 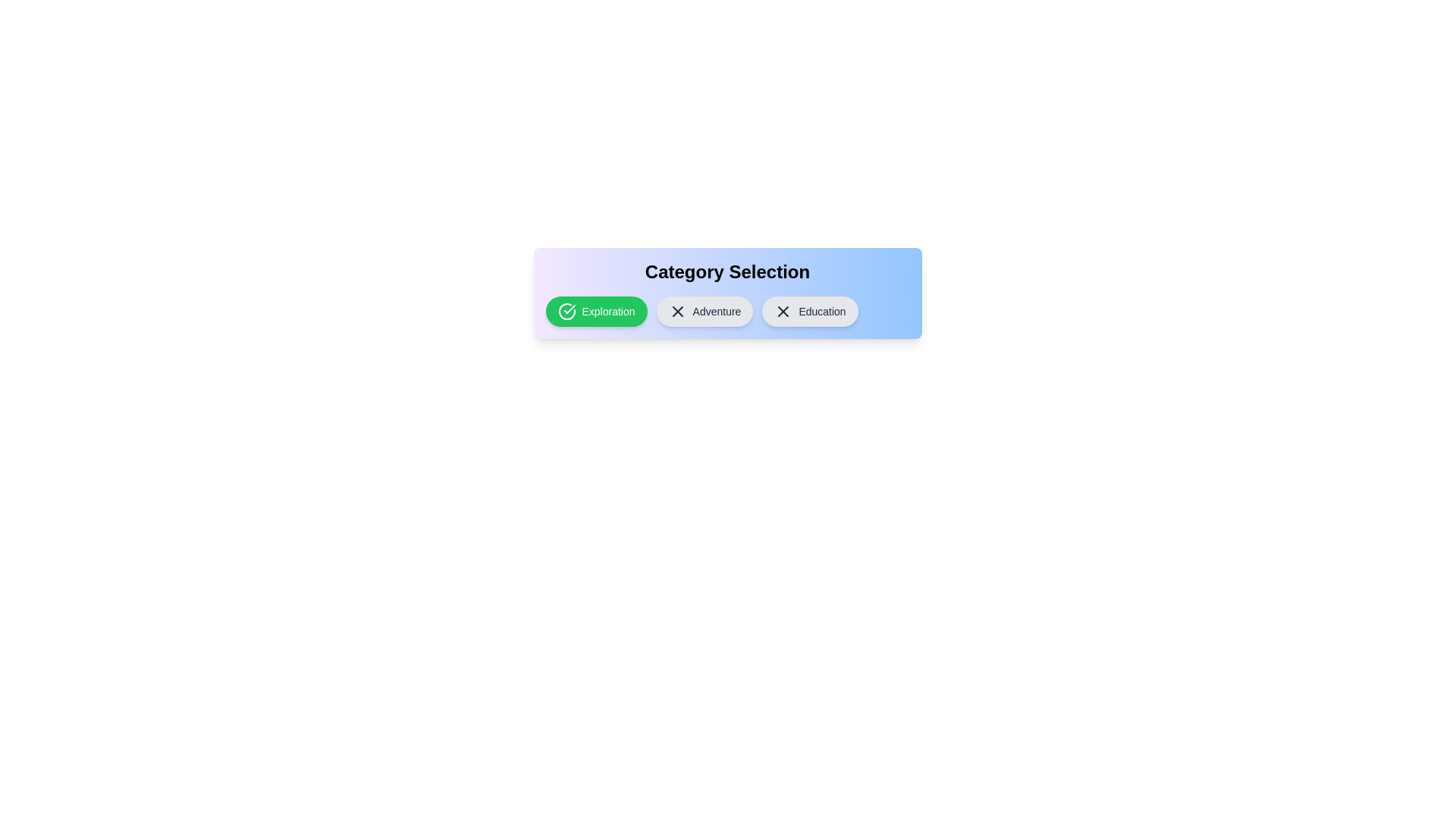 I want to click on the 'Education' category to select it, so click(x=809, y=311).